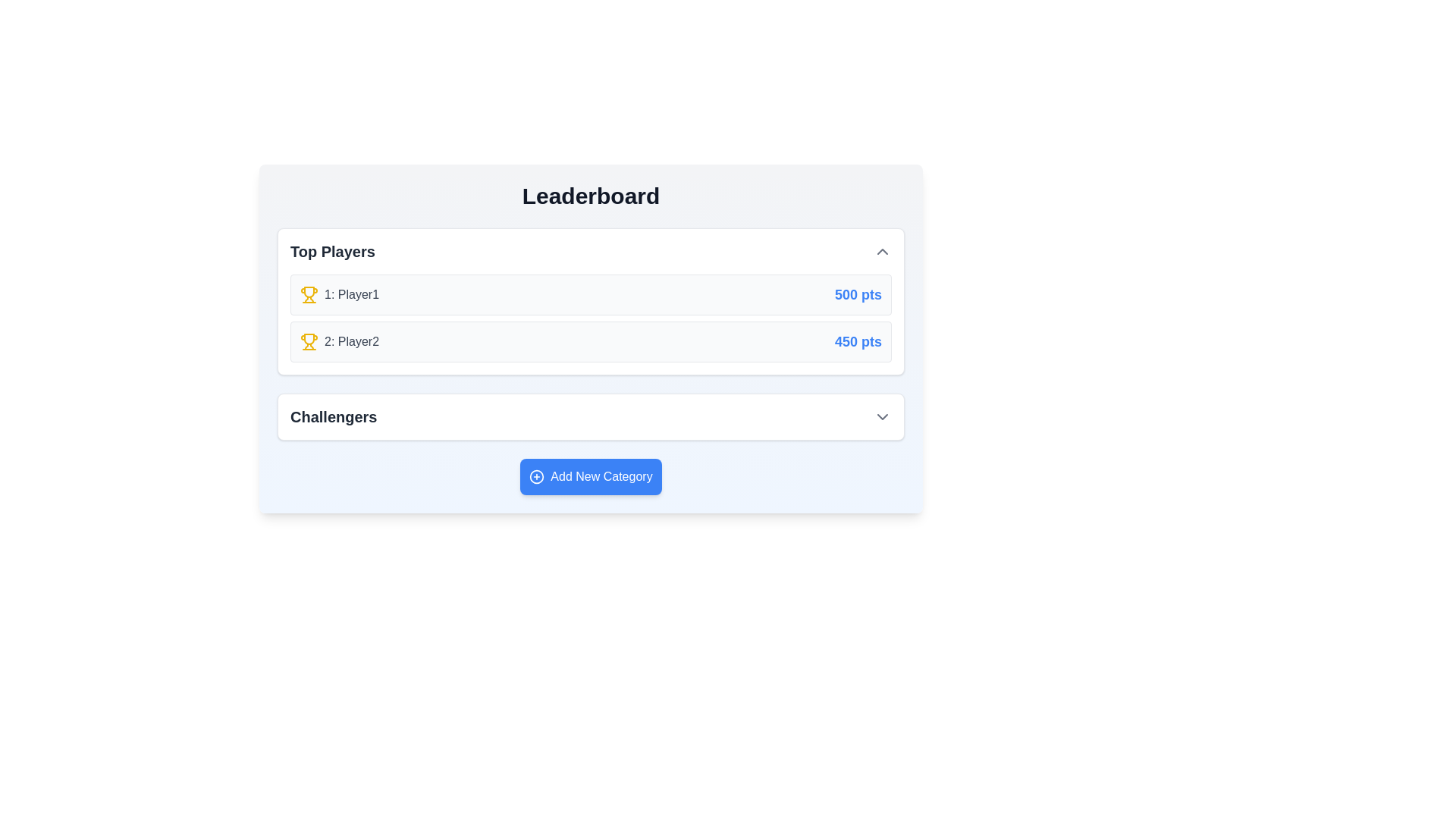 The width and height of the screenshot is (1456, 819). What do you see at coordinates (331, 250) in the screenshot?
I see `text label indicating the section of the leaderboard that lists the top players, positioned to the left of the chevron icon` at bounding box center [331, 250].